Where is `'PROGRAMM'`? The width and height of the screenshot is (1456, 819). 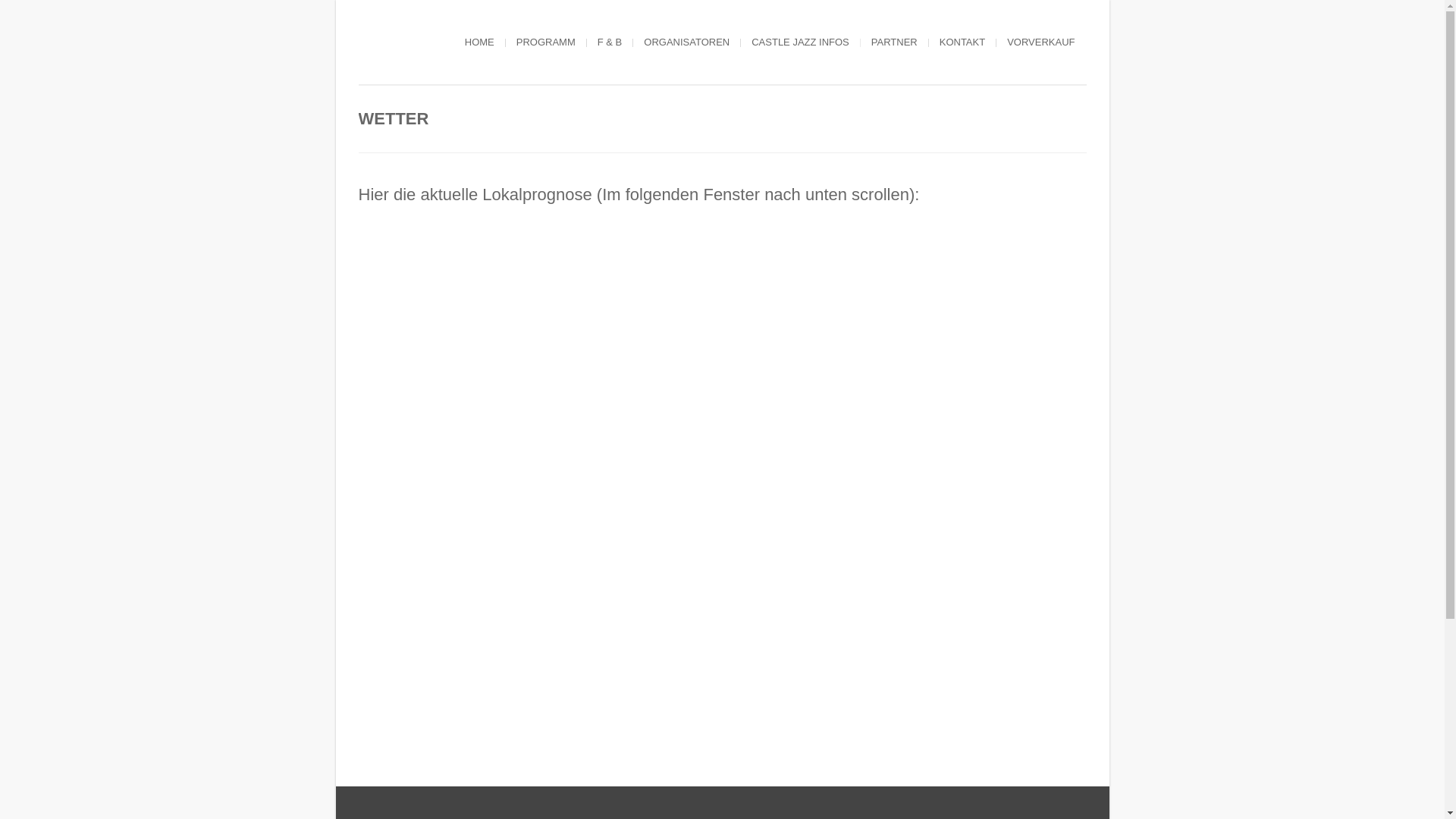 'PROGRAMM' is located at coordinates (546, 41).